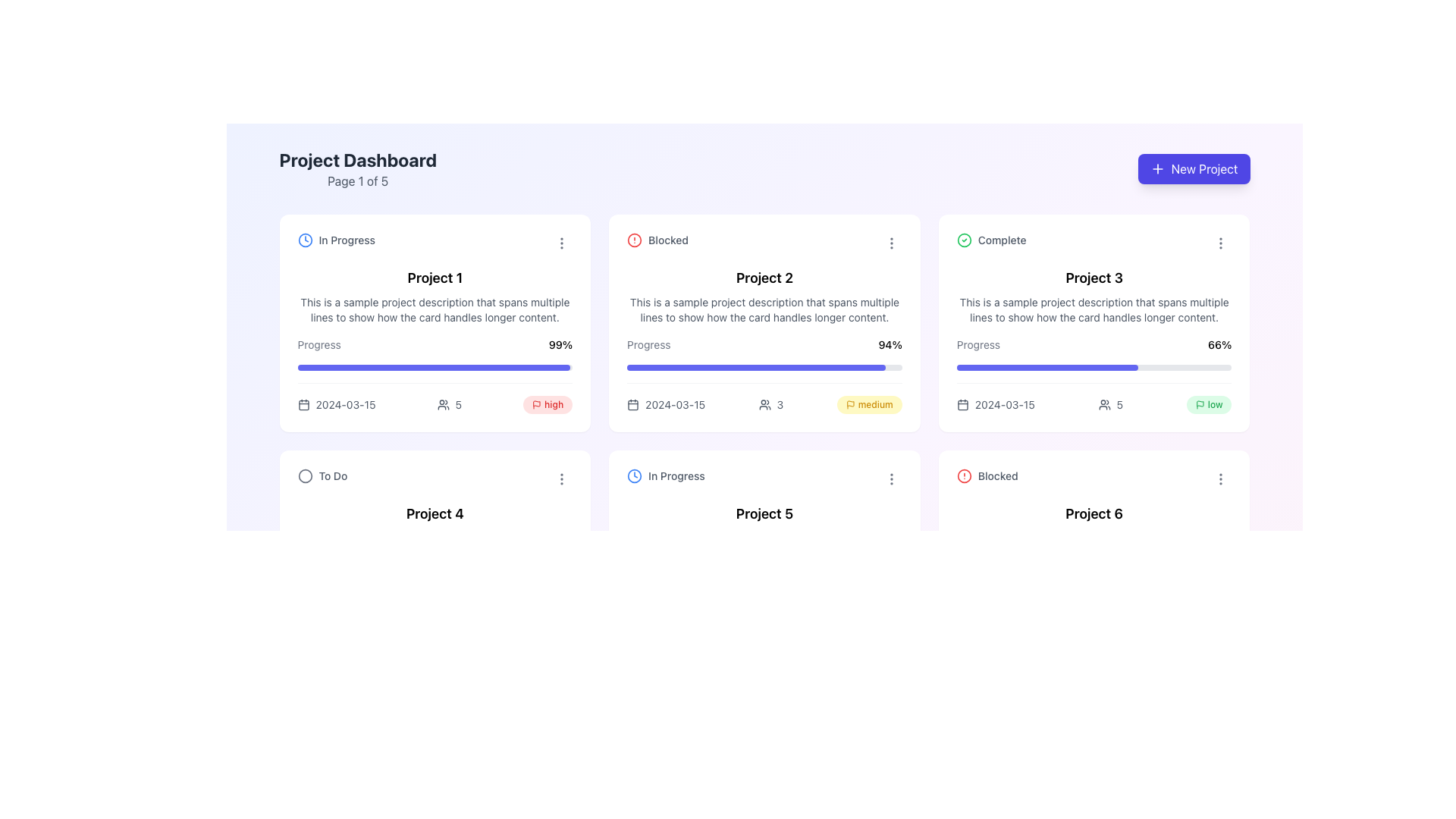 The height and width of the screenshot is (819, 1456). Describe the element at coordinates (322, 475) in the screenshot. I see `the text label indicating the current task or category associated with 'Project 4', which is positioned under the 'Project 4' title and aligned with a decorative circle icon` at that location.